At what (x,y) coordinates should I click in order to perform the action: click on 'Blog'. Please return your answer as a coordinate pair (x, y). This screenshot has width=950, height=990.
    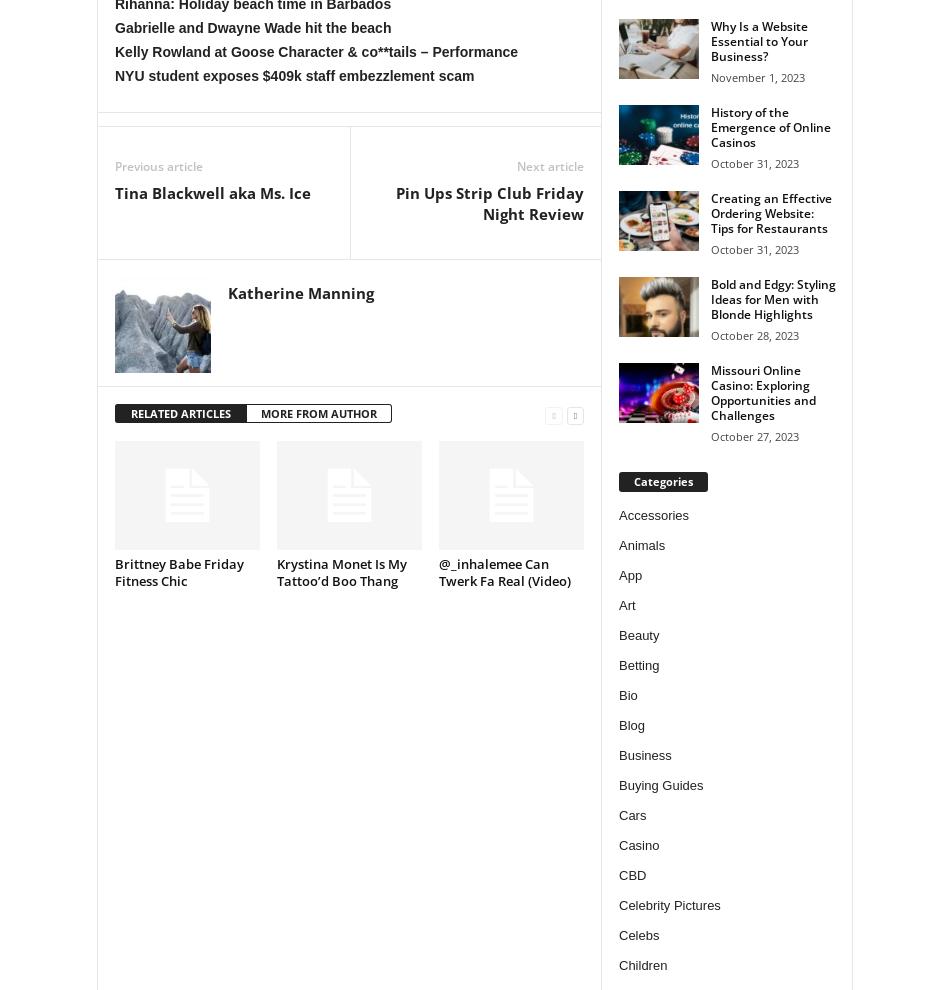
    Looking at the image, I should click on (632, 723).